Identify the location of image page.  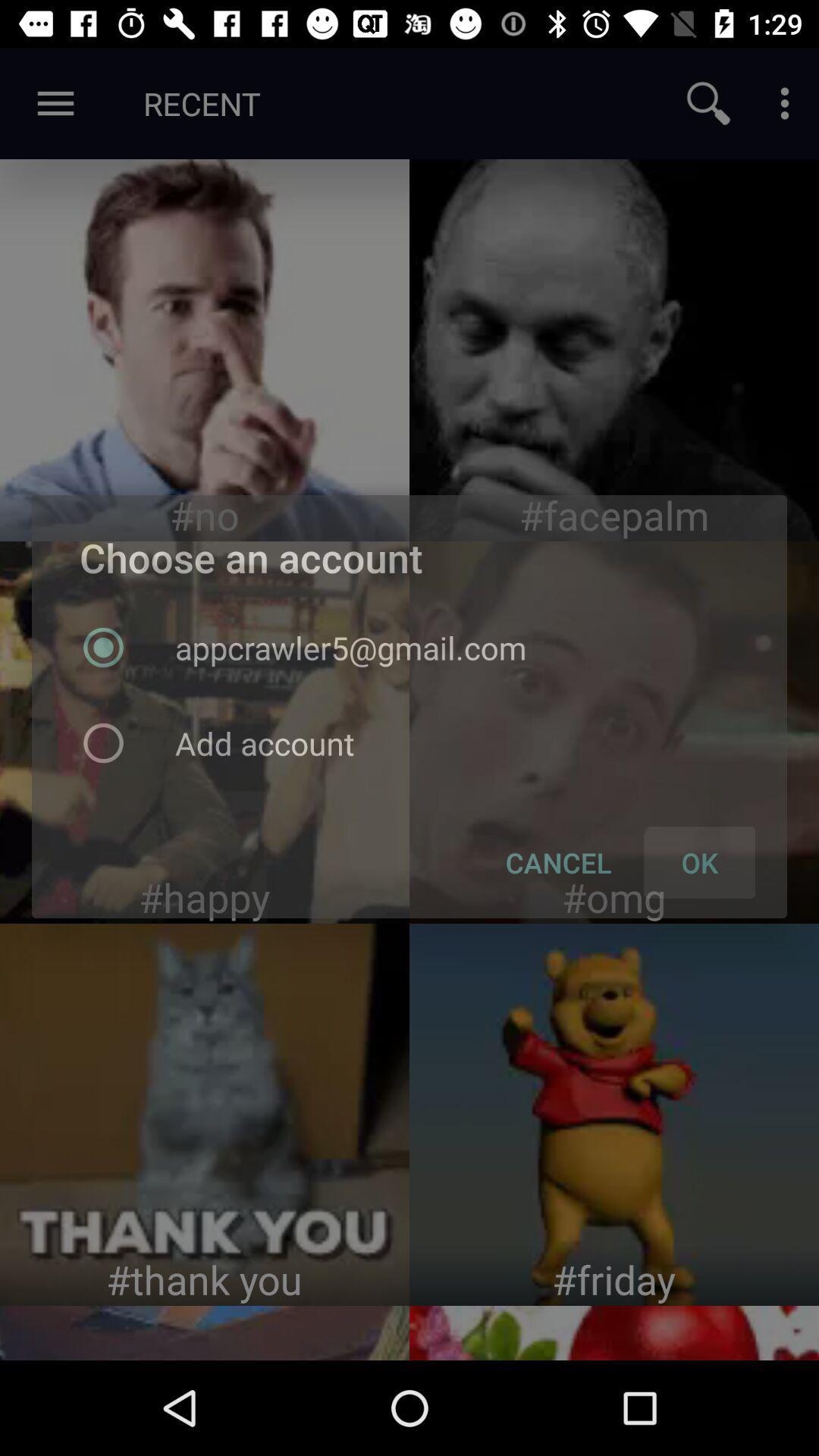
(205, 349).